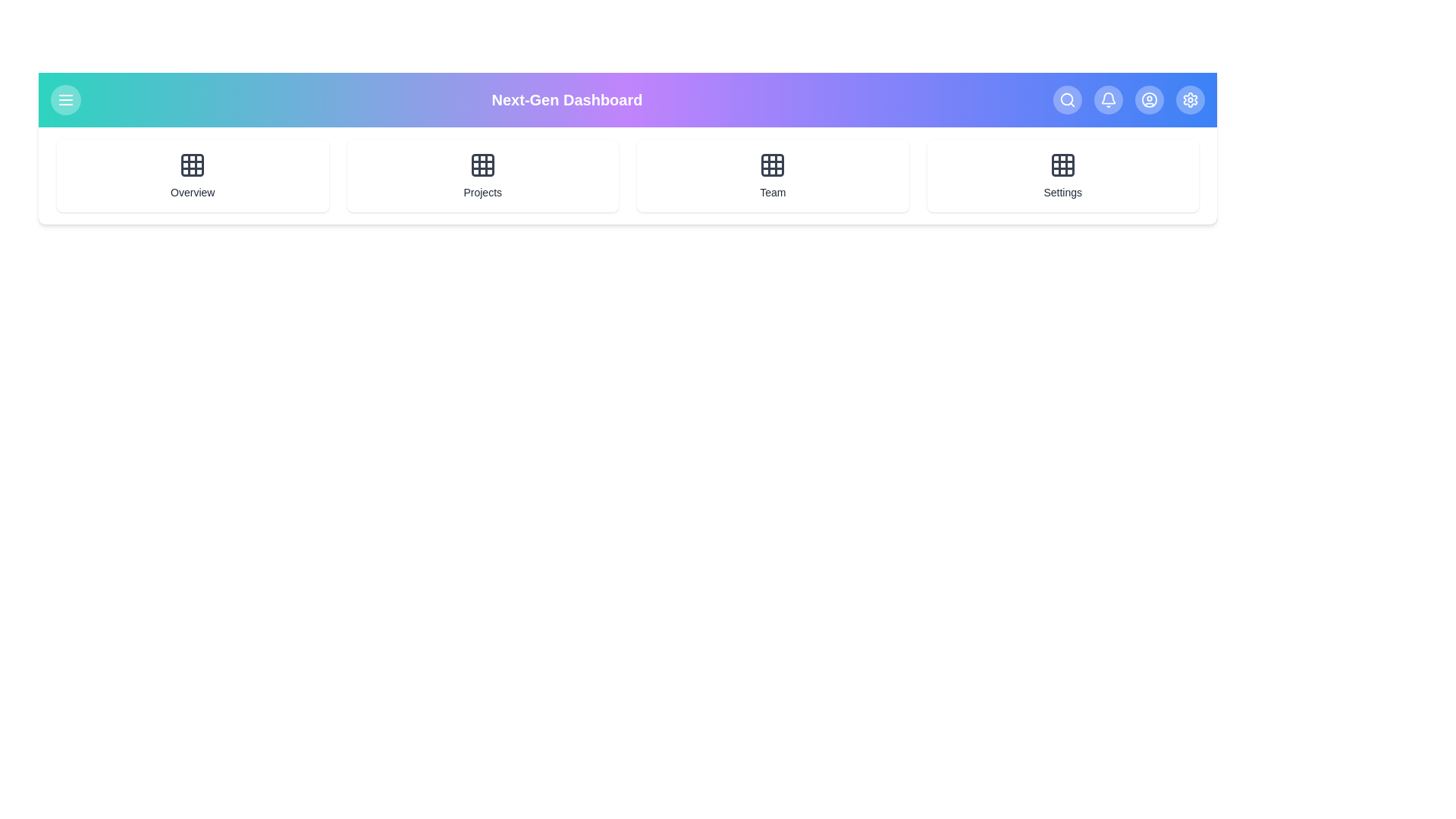 The image size is (1456, 819). Describe the element at coordinates (1066, 99) in the screenshot. I see `the search button in the app bar` at that location.